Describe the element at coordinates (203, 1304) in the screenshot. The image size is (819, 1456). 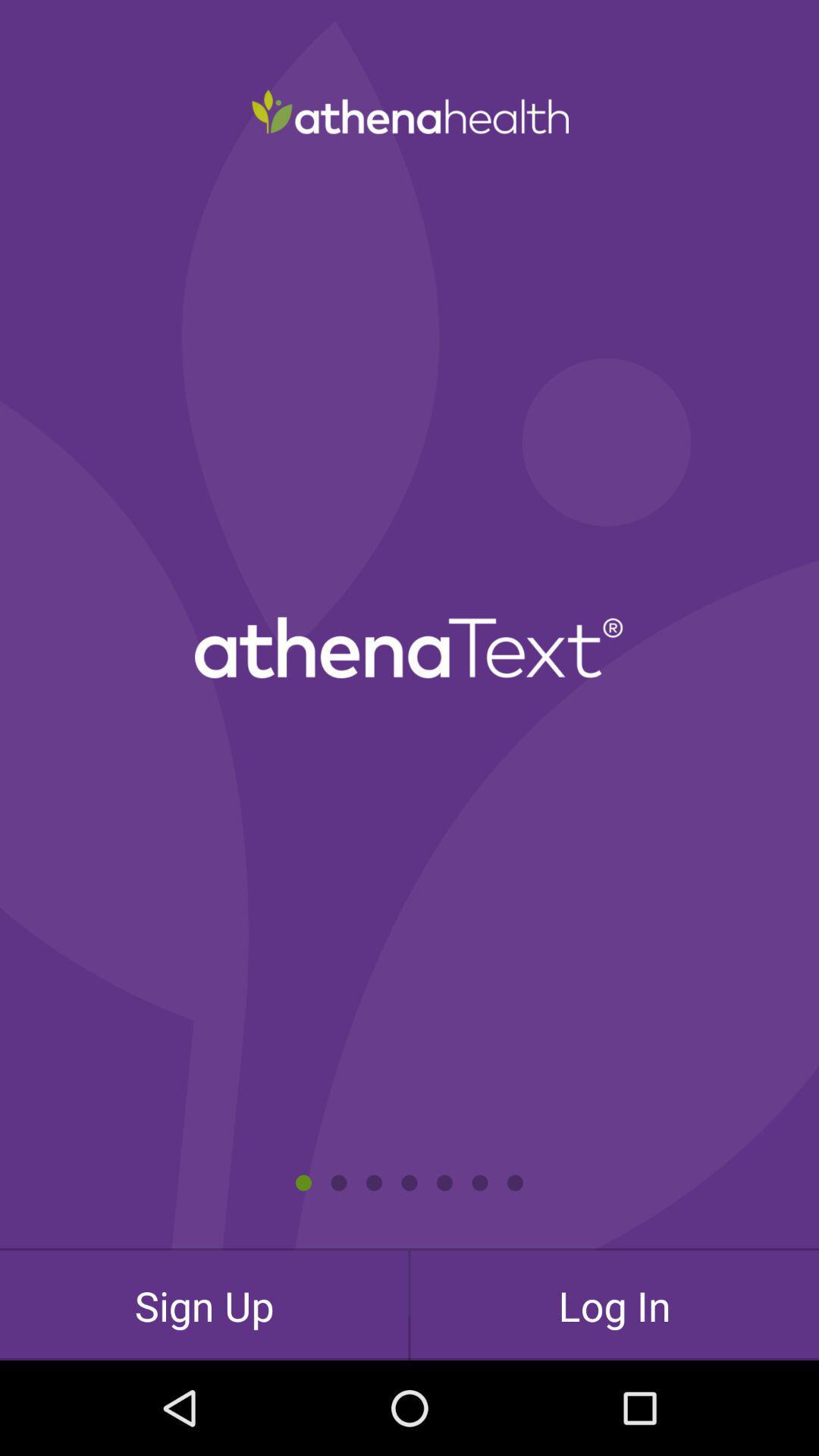
I see `sign up icon` at that location.